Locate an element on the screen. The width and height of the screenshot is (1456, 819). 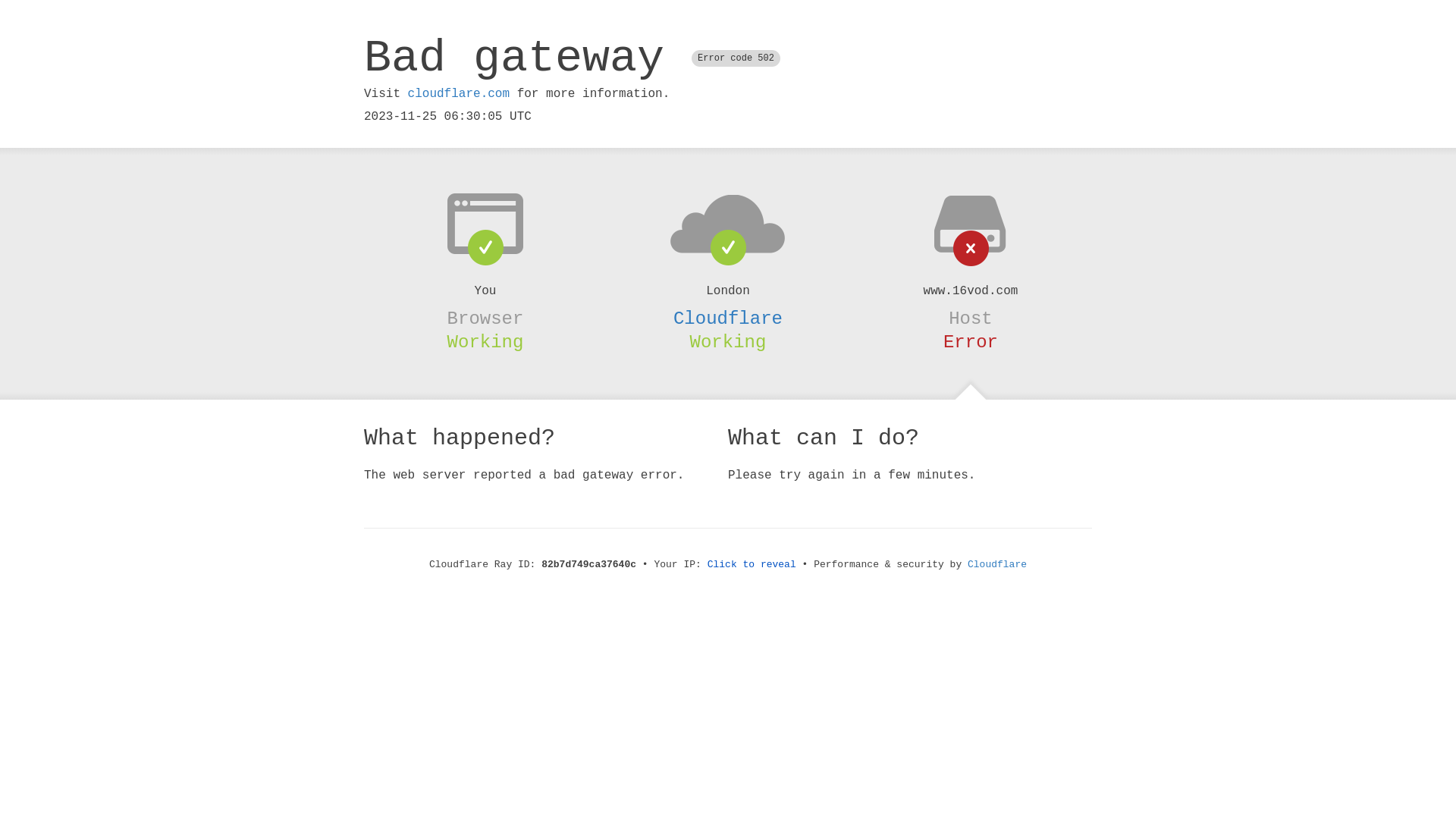
'Cloudflare' is located at coordinates (673, 318).